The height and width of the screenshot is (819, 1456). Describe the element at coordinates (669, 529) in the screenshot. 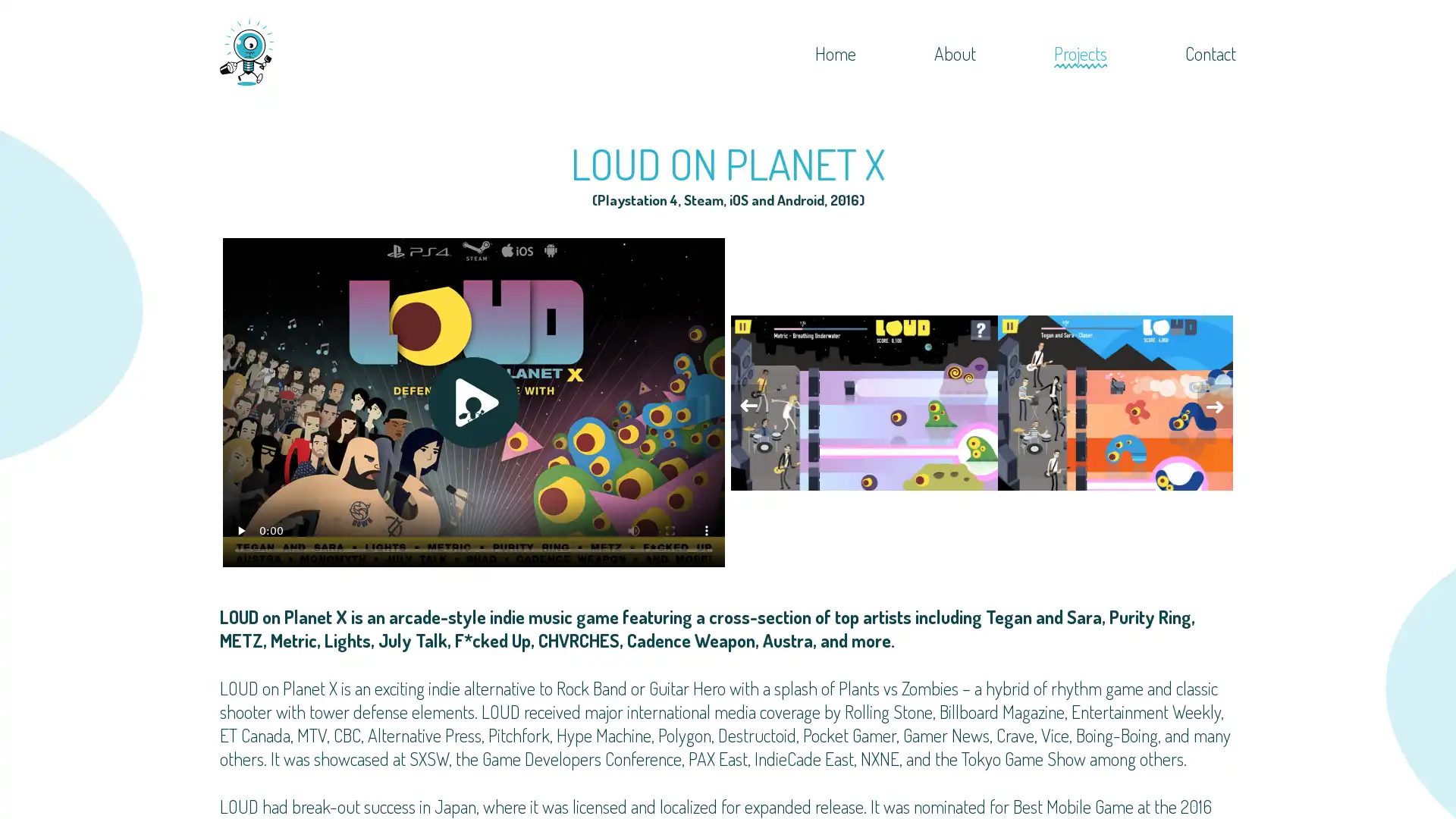

I see `enter full screen` at that location.